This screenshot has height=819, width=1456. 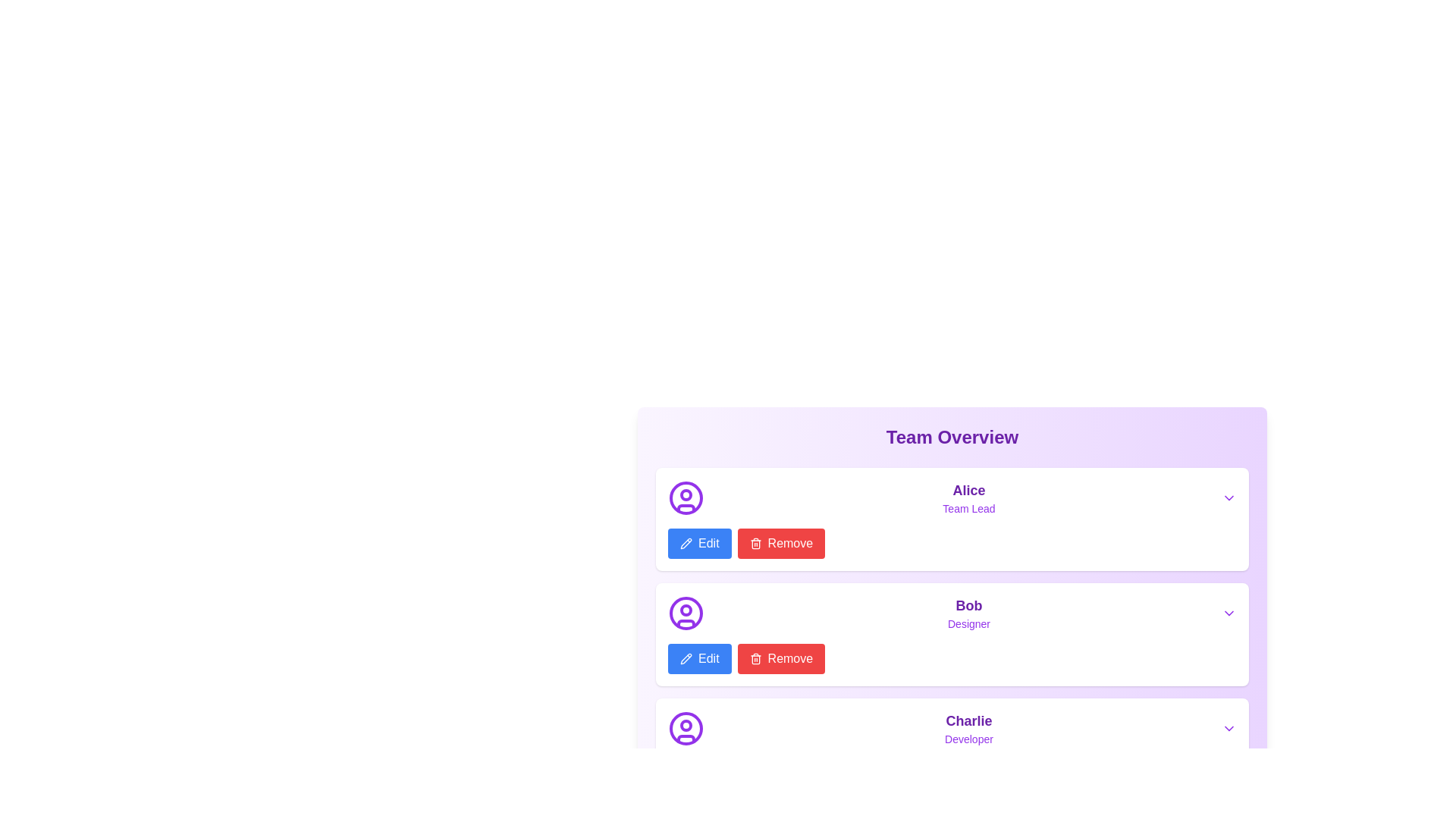 What do you see at coordinates (968, 613) in the screenshot?
I see `the text display showing a team member's name and role` at bounding box center [968, 613].